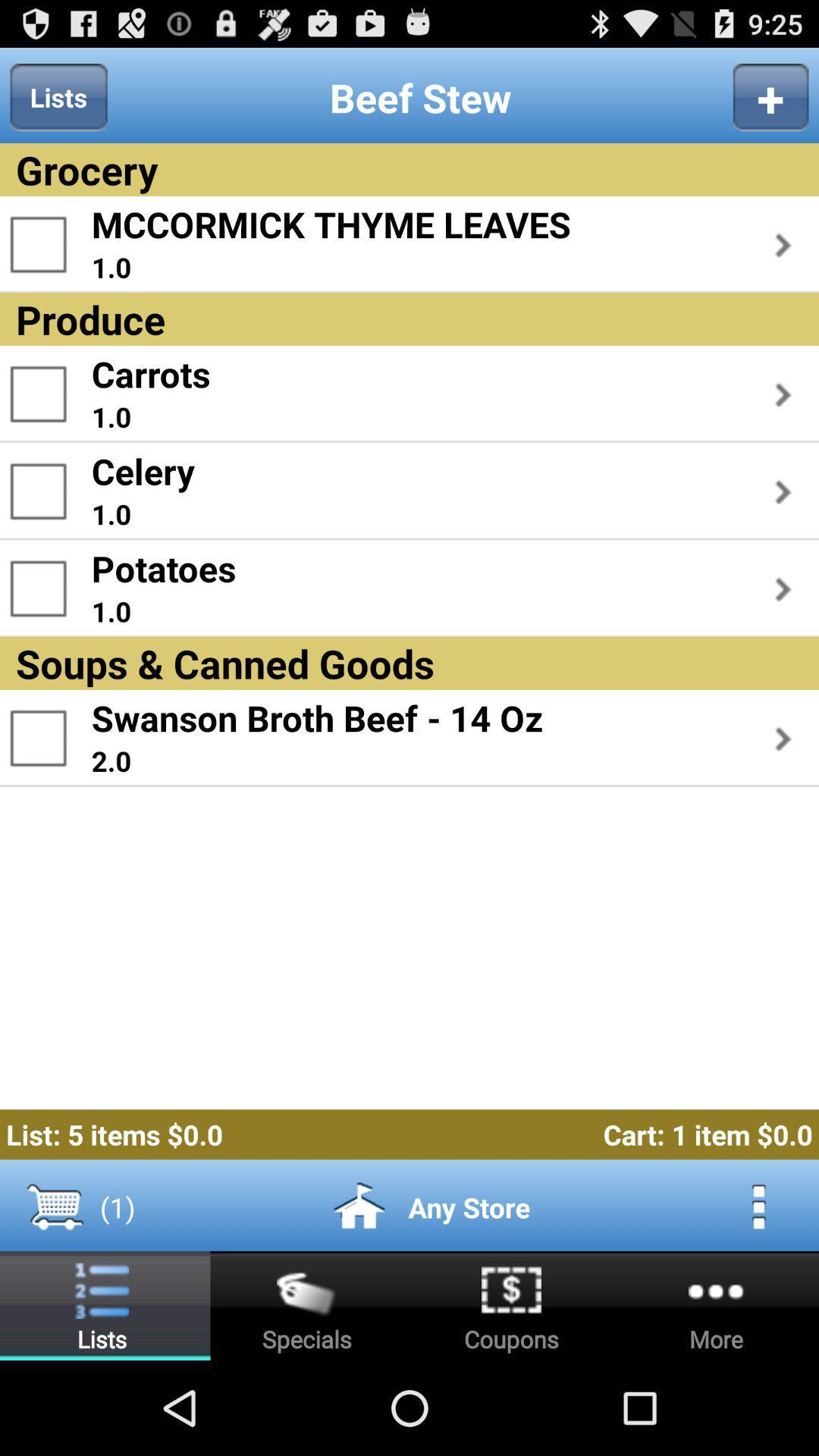  What do you see at coordinates (359, 1291) in the screenshot?
I see `the home icon` at bounding box center [359, 1291].